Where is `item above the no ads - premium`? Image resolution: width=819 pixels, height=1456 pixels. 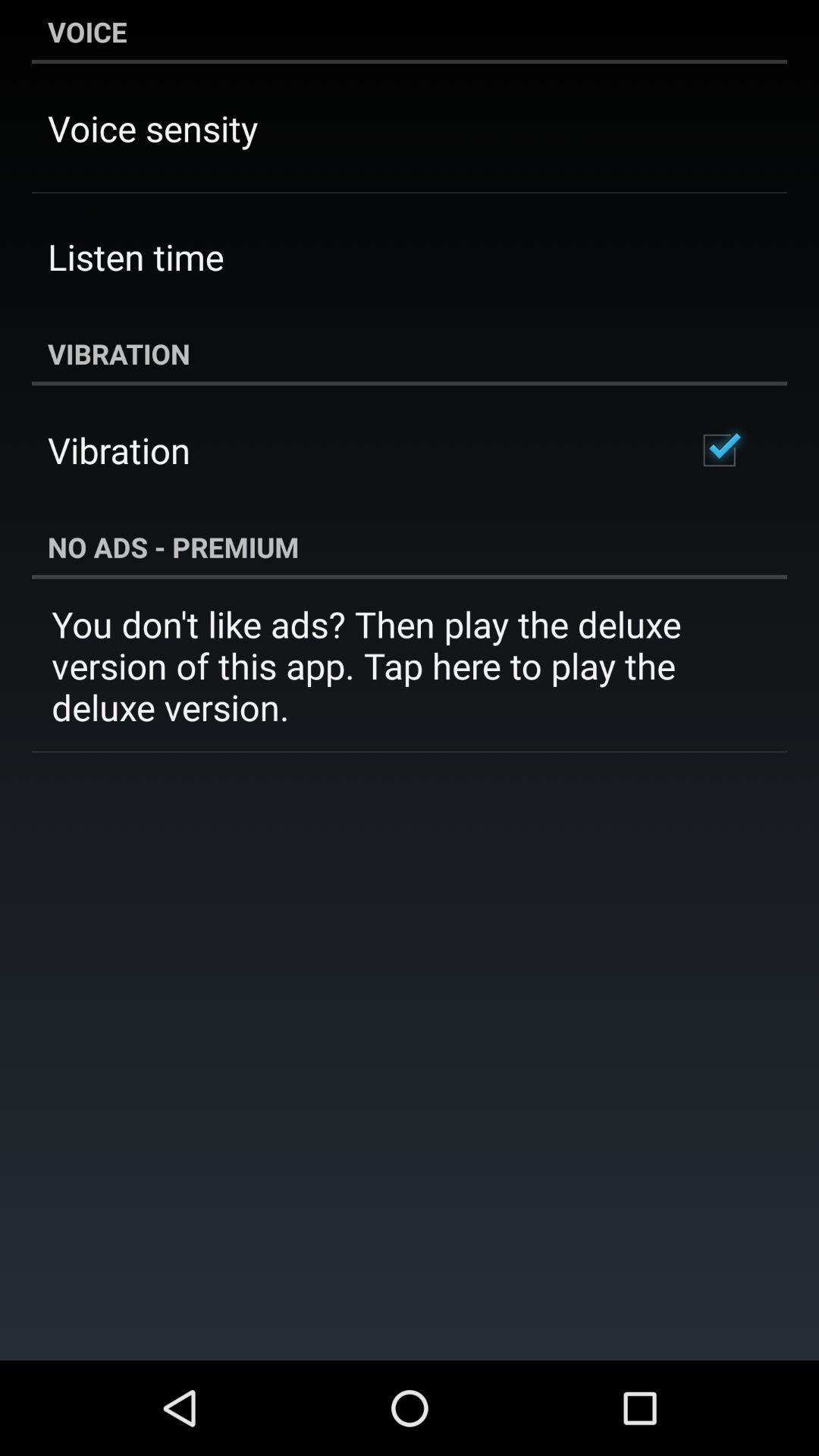
item above the no ads - premium is located at coordinates (718, 450).